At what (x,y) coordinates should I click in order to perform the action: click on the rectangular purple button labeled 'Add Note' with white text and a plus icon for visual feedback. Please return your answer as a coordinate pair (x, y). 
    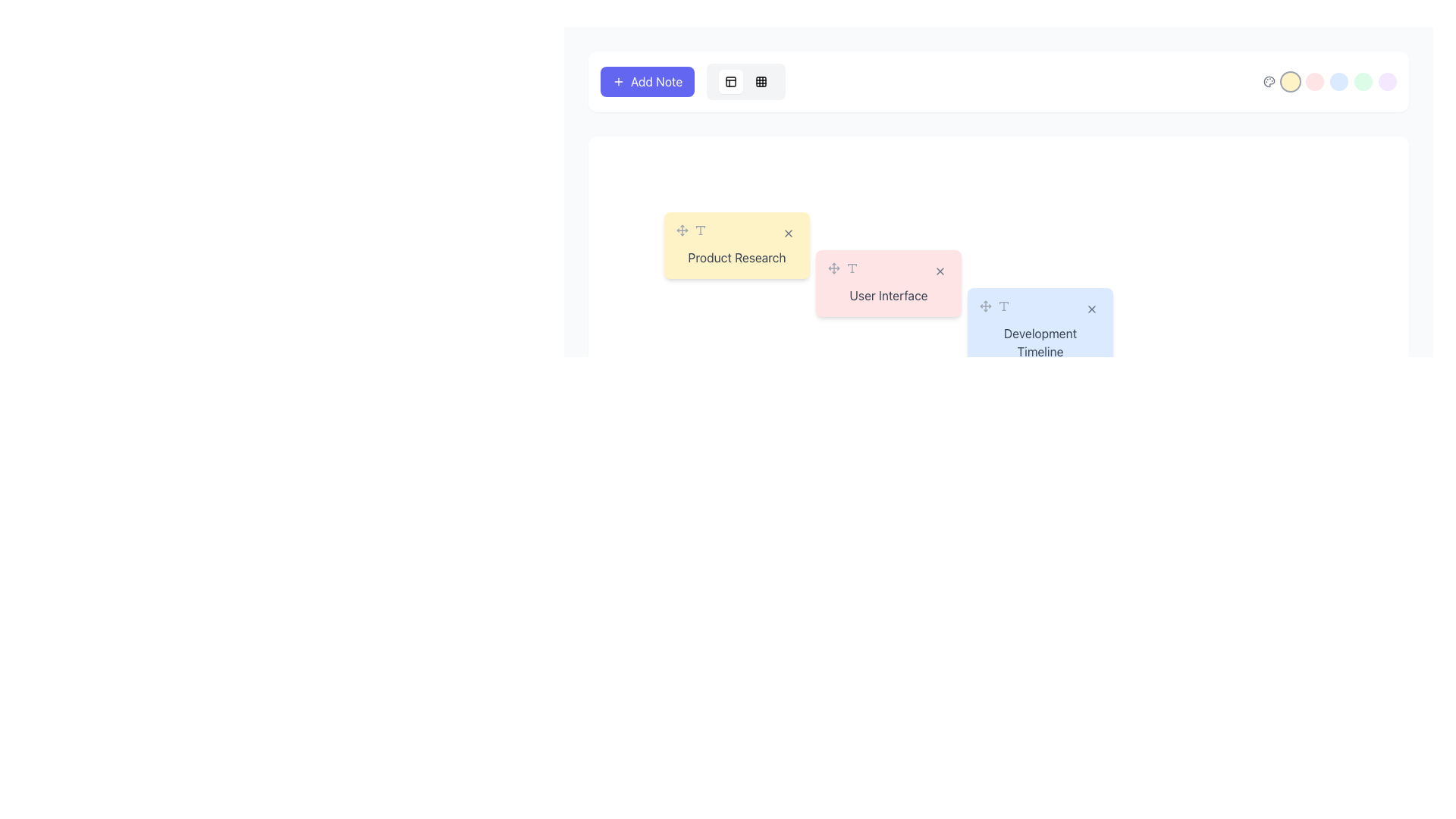
    Looking at the image, I should click on (692, 82).